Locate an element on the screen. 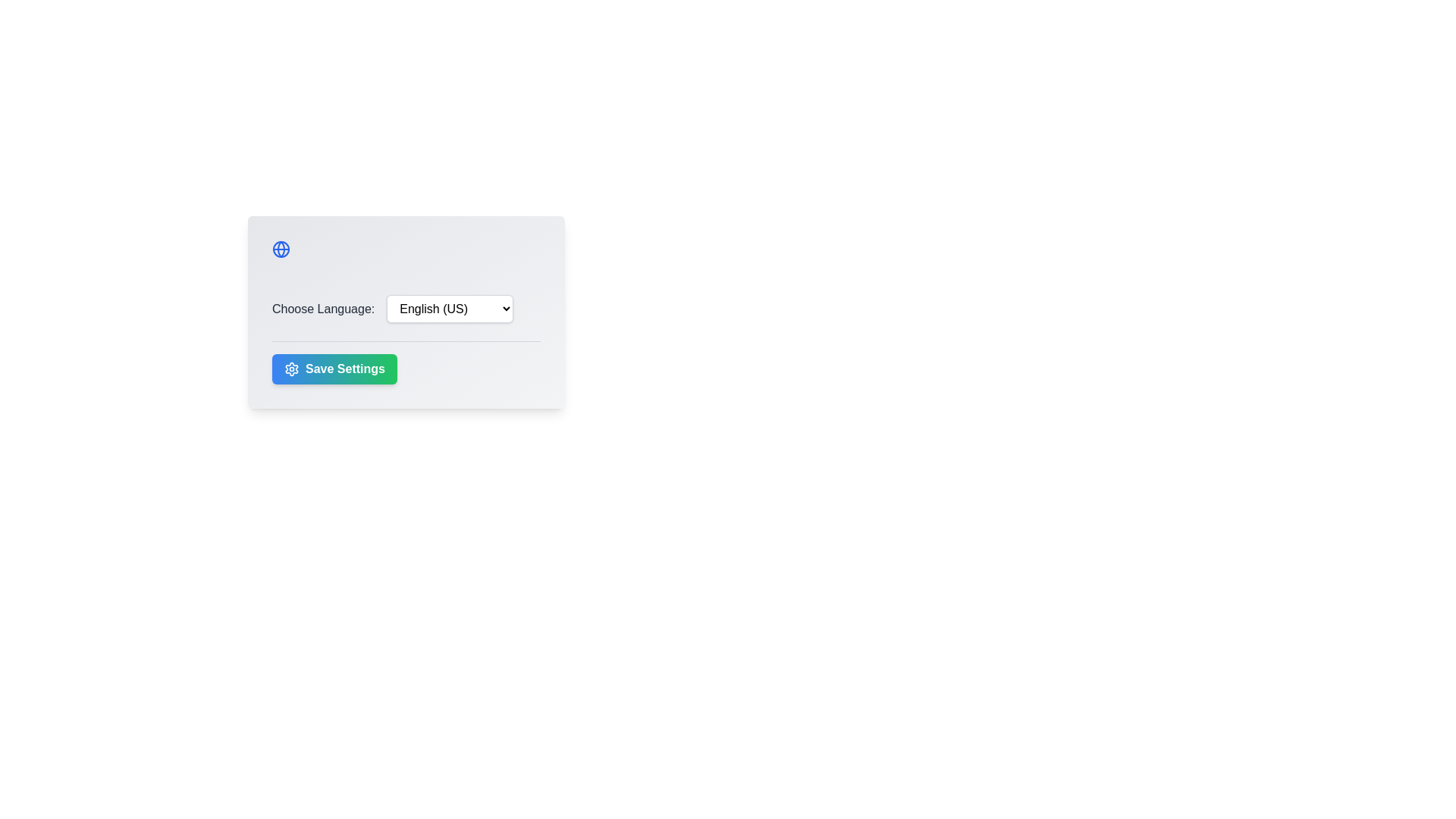 This screenshot has height=819, width=1456. the small gear icon representing settings, which is located within the 'Save Settings' button at the bottom of the card interface is located at coordinates (291, 369).